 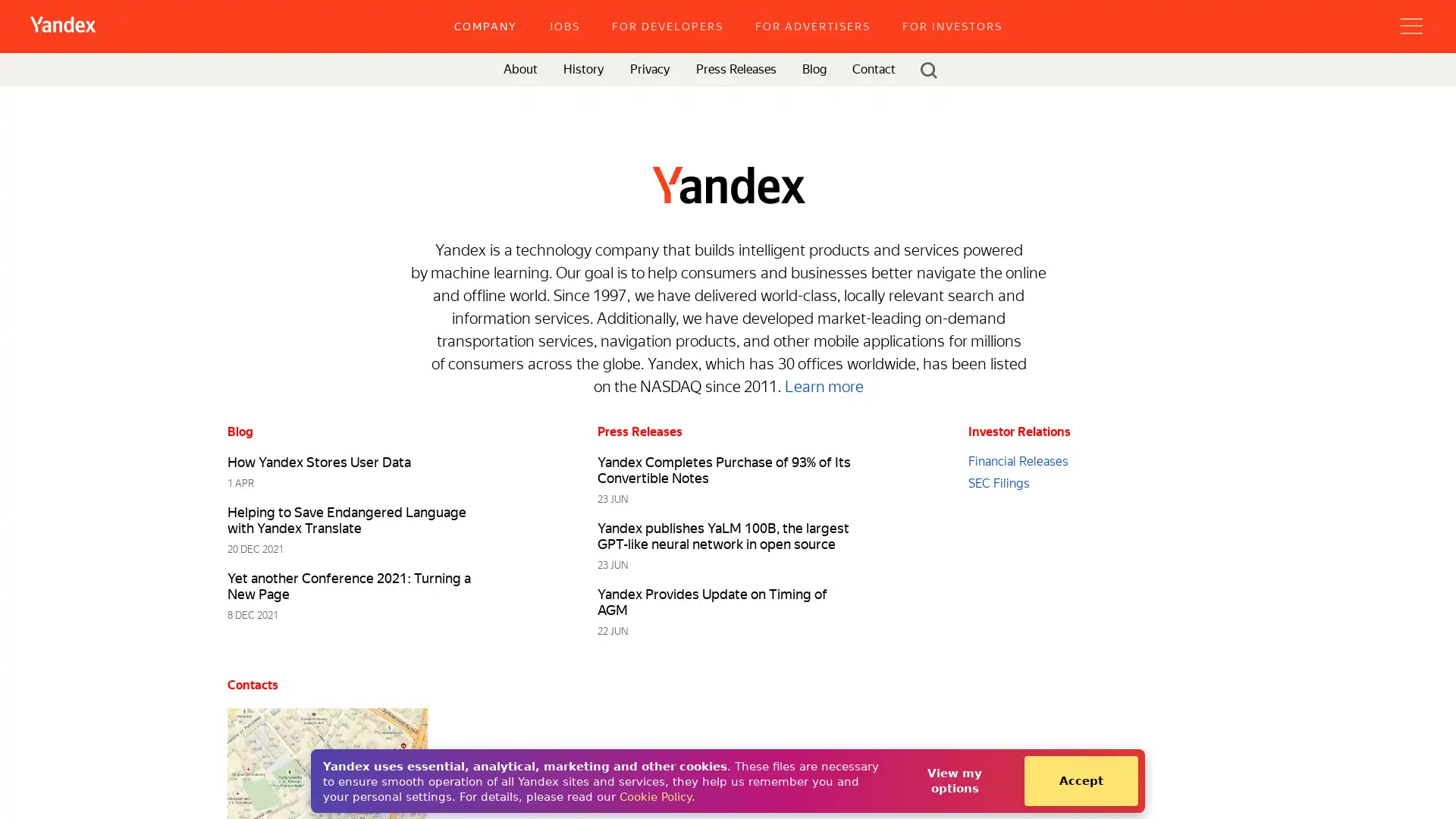 I want to click on View my options, so click(x=953, y=780).